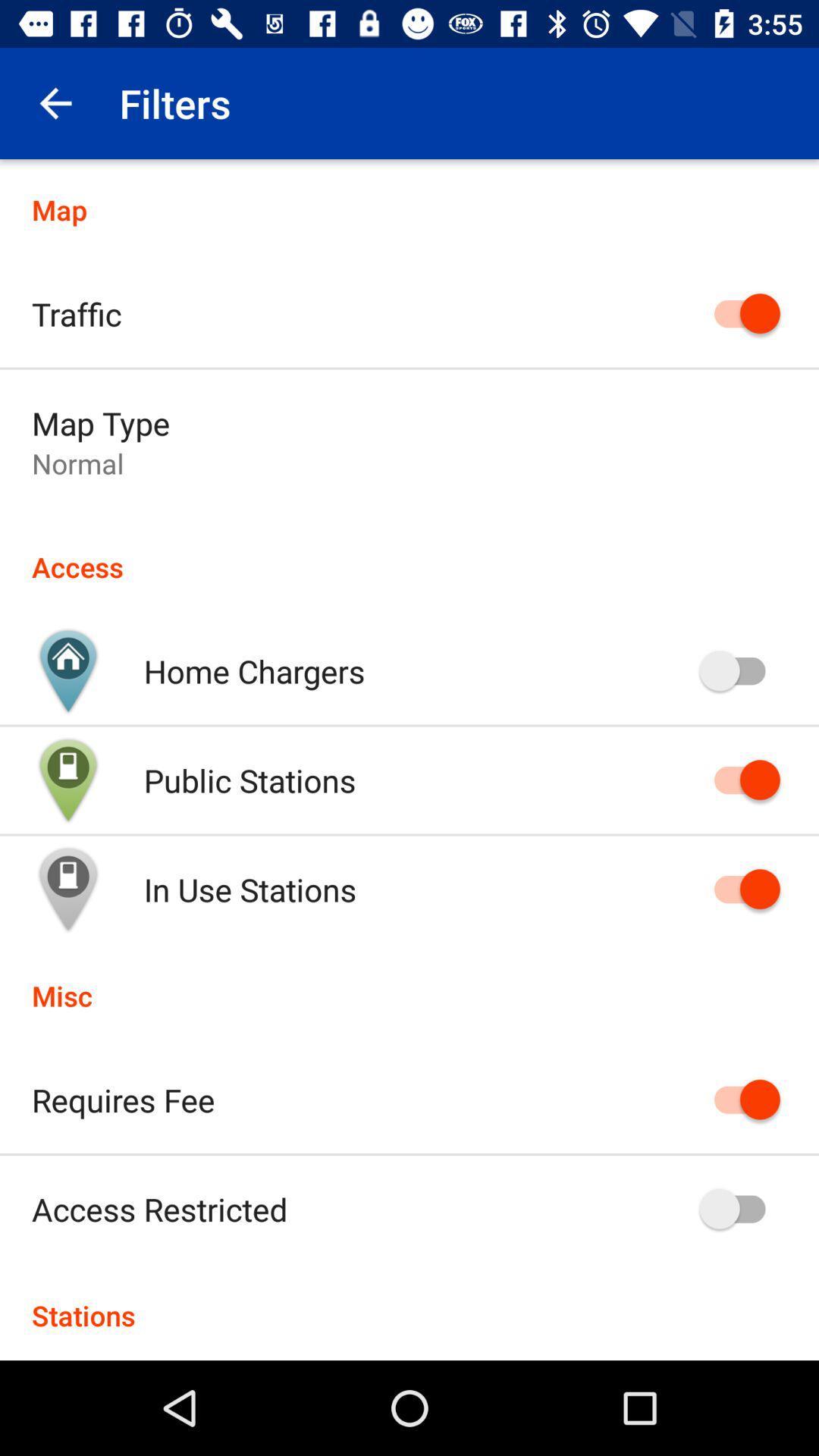 The width and height of the screenshot is (819, 1456). I want to click on item to the left of filters icon, so click(55, 102).